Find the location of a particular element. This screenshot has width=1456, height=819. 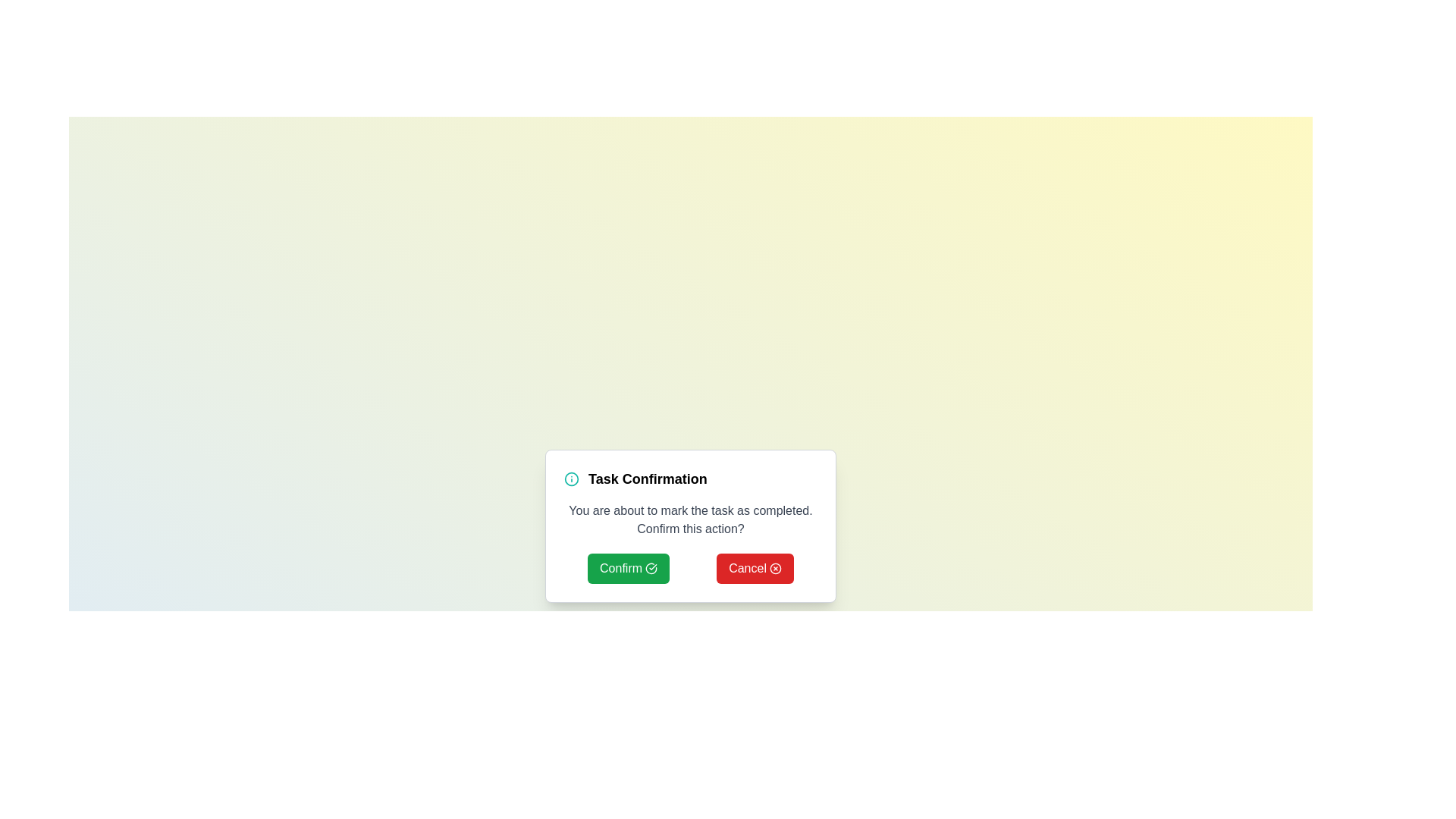

the static text label displaying 'Task Confirmation', which is prominently styled in bold and positioned in the dialog box is located at coordinates (648, 479).